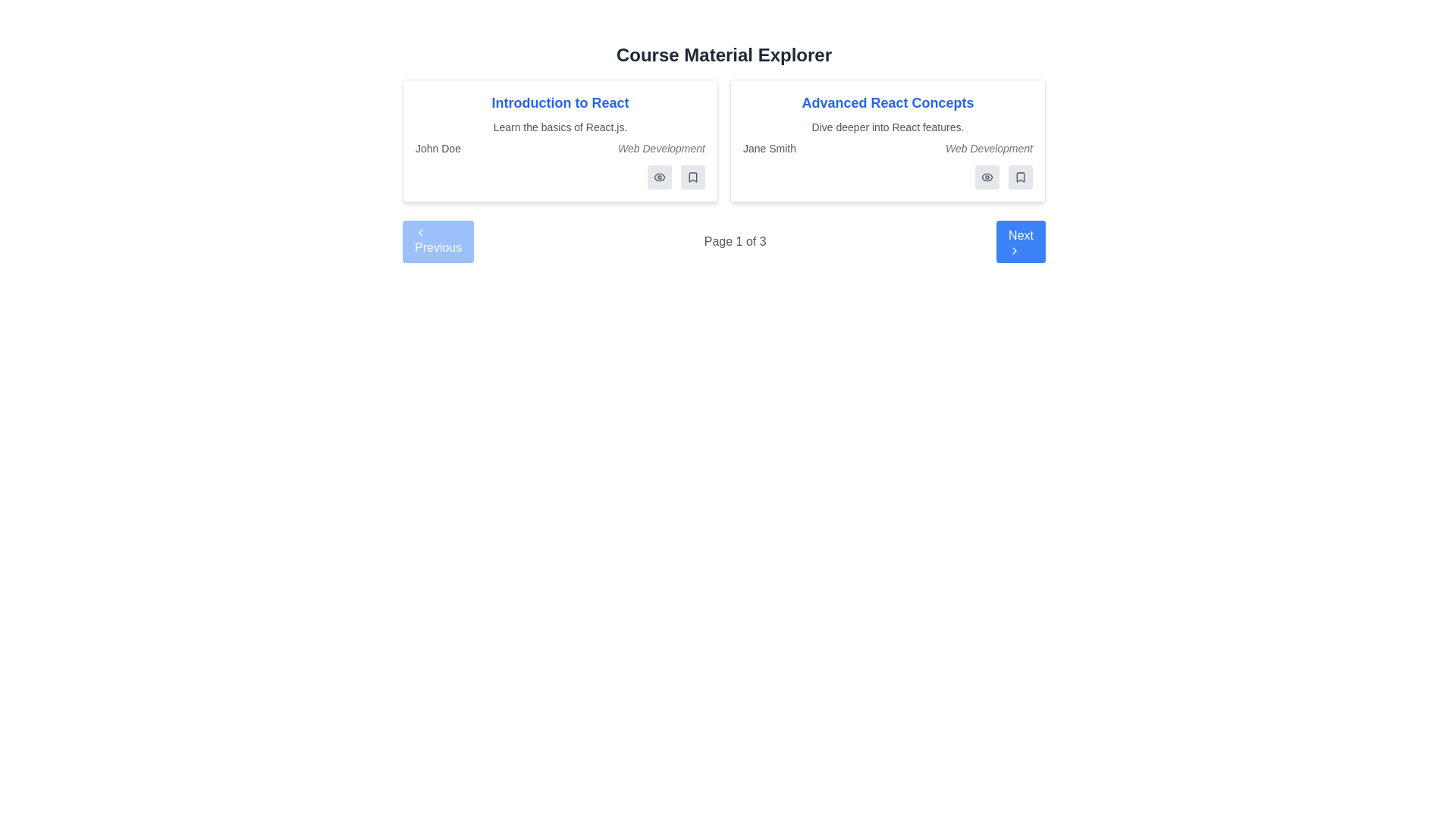 The image size is (1456, 819). What do you see at coordinates (770, 149) in the screenshot?
I see `the static text label displaying the author or contributor's name, located within the right card above the 'Web Development' text` at bounding box center [770, 149].